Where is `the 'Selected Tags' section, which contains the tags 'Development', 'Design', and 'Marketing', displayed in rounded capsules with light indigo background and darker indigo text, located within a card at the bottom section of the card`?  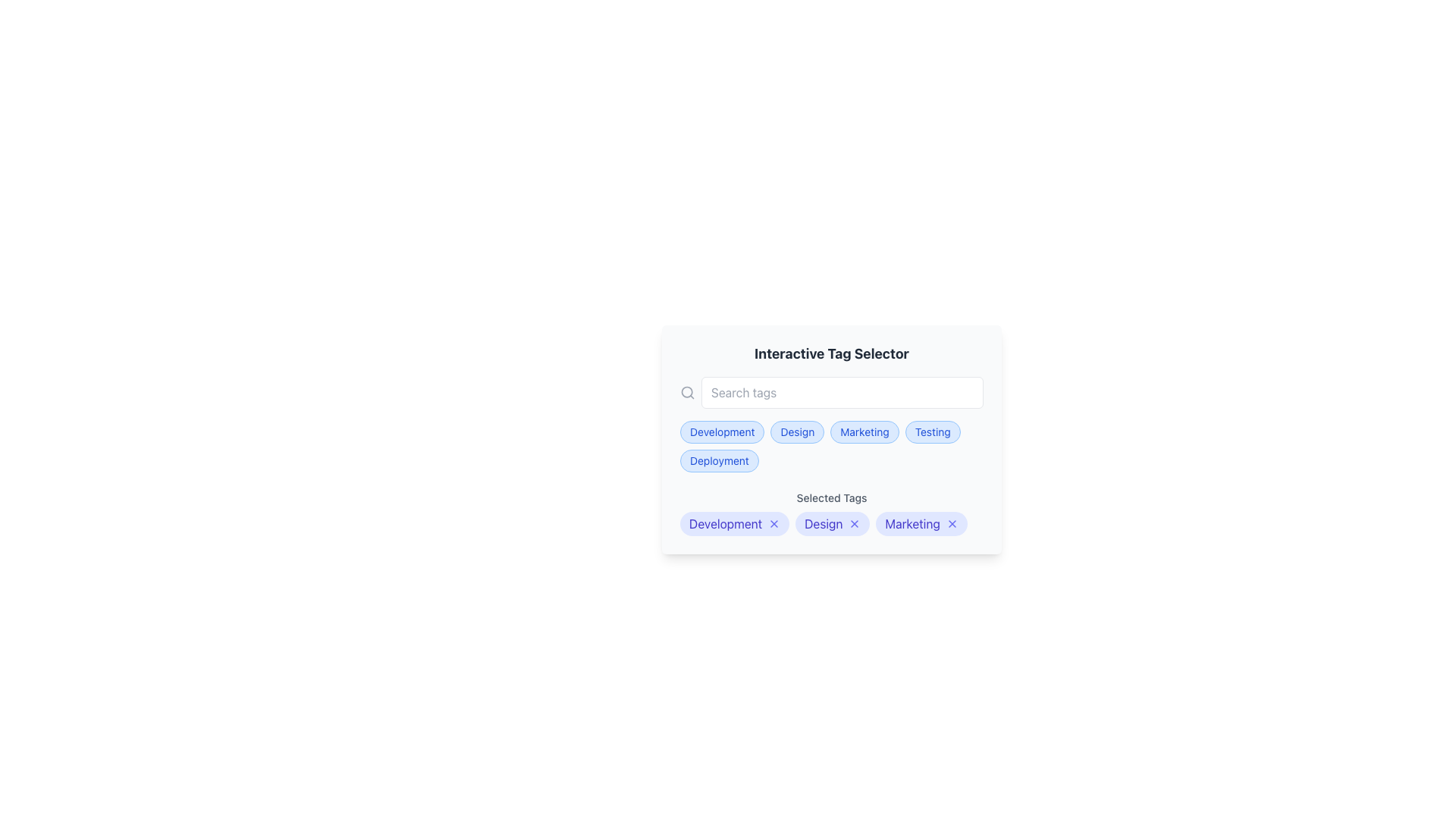
the 'Selected Tags' section, which contains the tags 'Development', 'Design', and 'Marketing', displayed in rounded capsules with light indigo background and darker indigo text, located within a card at the bottom section of the card is located at coordinates (831, 513).